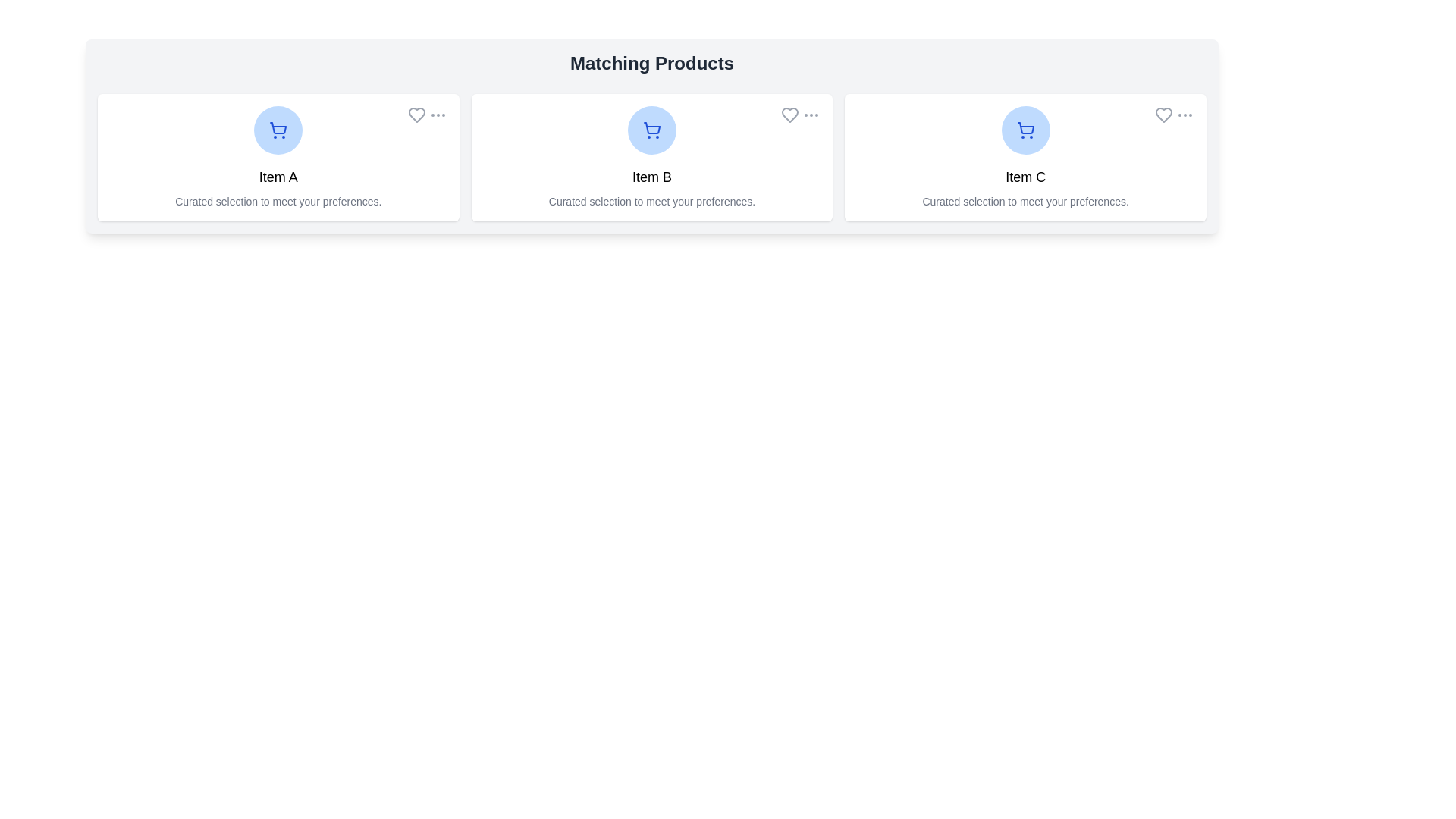  Describe the element at coordinates (437, 114) in the screenshot. I see `the 'more options' button for Item A` at that location.